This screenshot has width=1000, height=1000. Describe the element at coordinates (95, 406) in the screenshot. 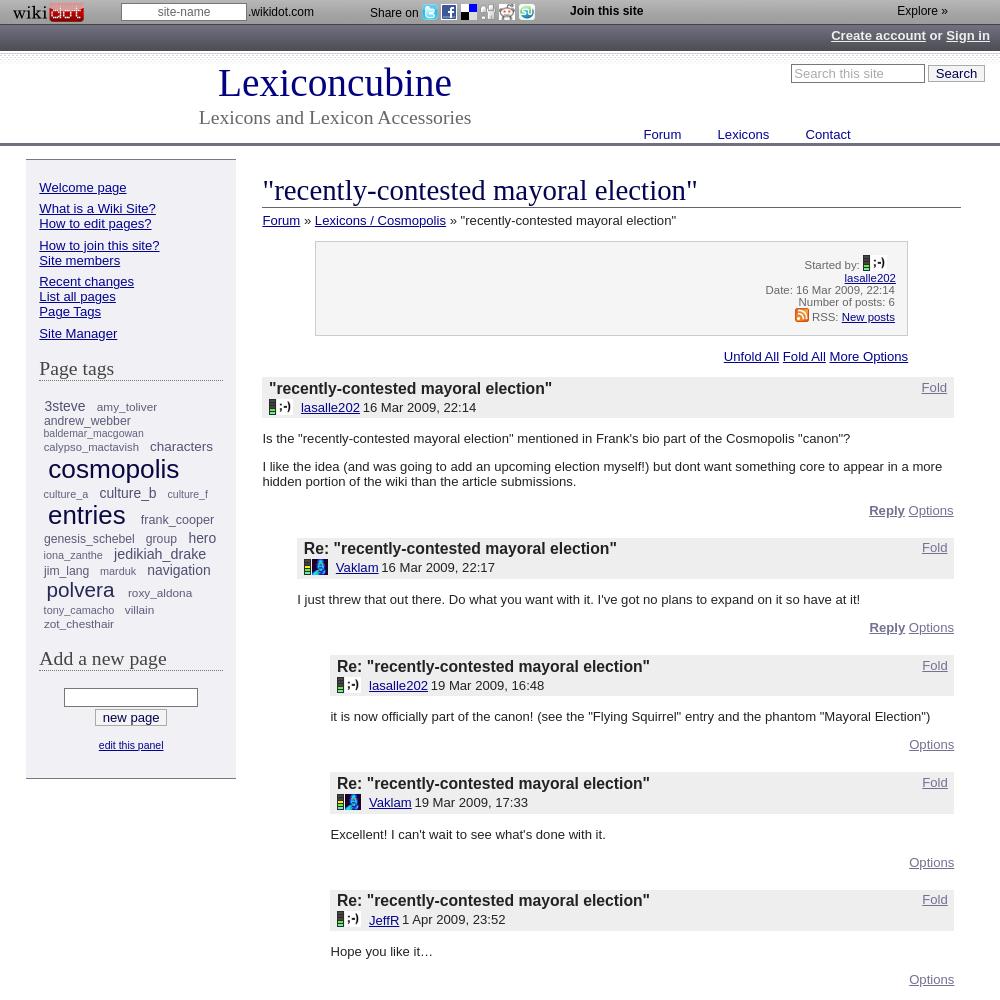

I see `'amy_toliver'` at that location.